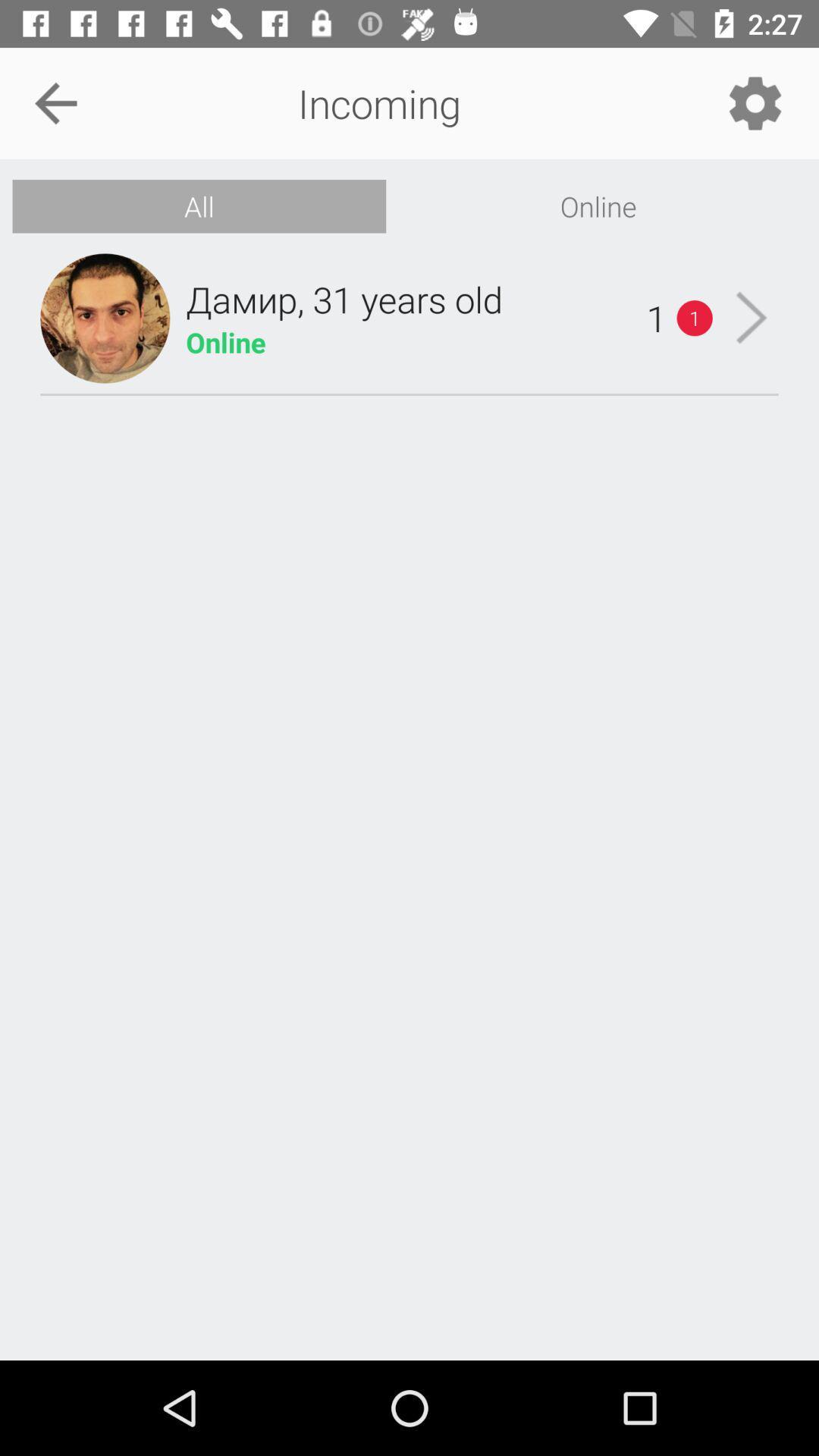  I want to click on the item above the all item, so click(55, 102).